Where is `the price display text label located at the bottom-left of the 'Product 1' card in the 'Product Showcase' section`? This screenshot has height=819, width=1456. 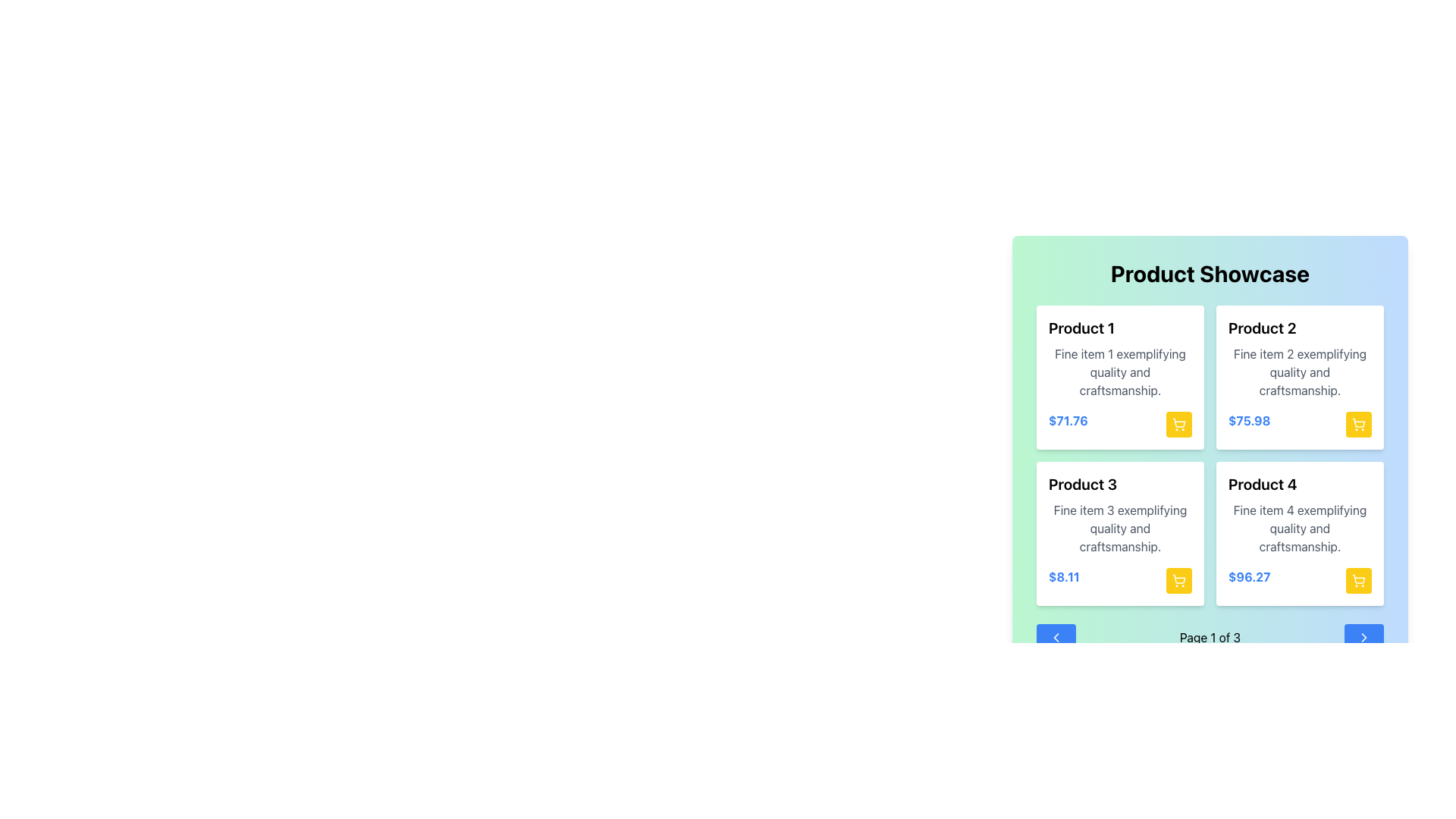 the price display text label located at the bottom-left of the 'Product 1' card in the 'Product Showcase' section is located at coordinates (1067, 424).